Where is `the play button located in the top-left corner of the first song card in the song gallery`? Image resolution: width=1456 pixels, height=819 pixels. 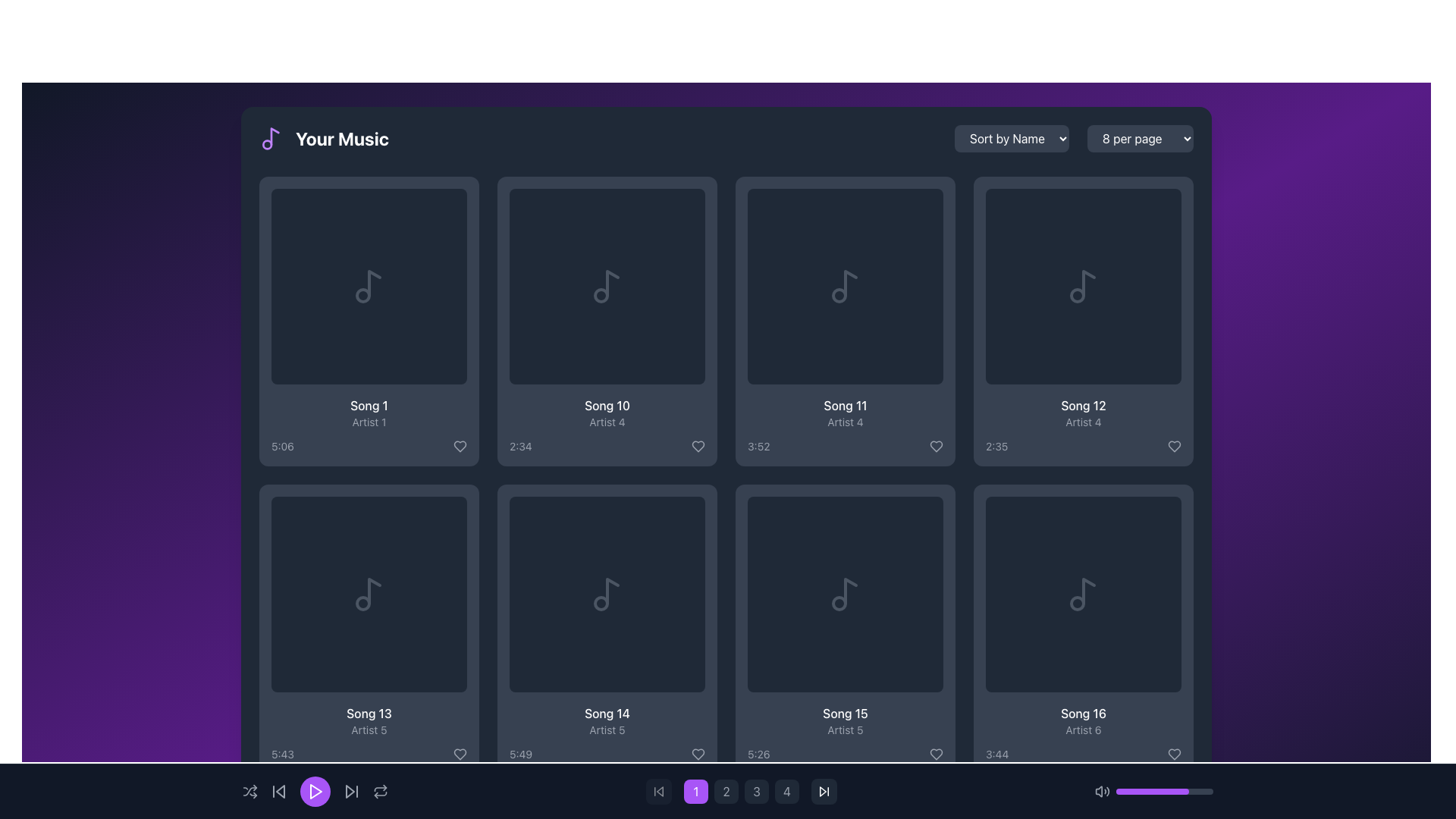 the play button located in the top-left corner of the first song card in the song gallery is located at coordinates (369, 287).